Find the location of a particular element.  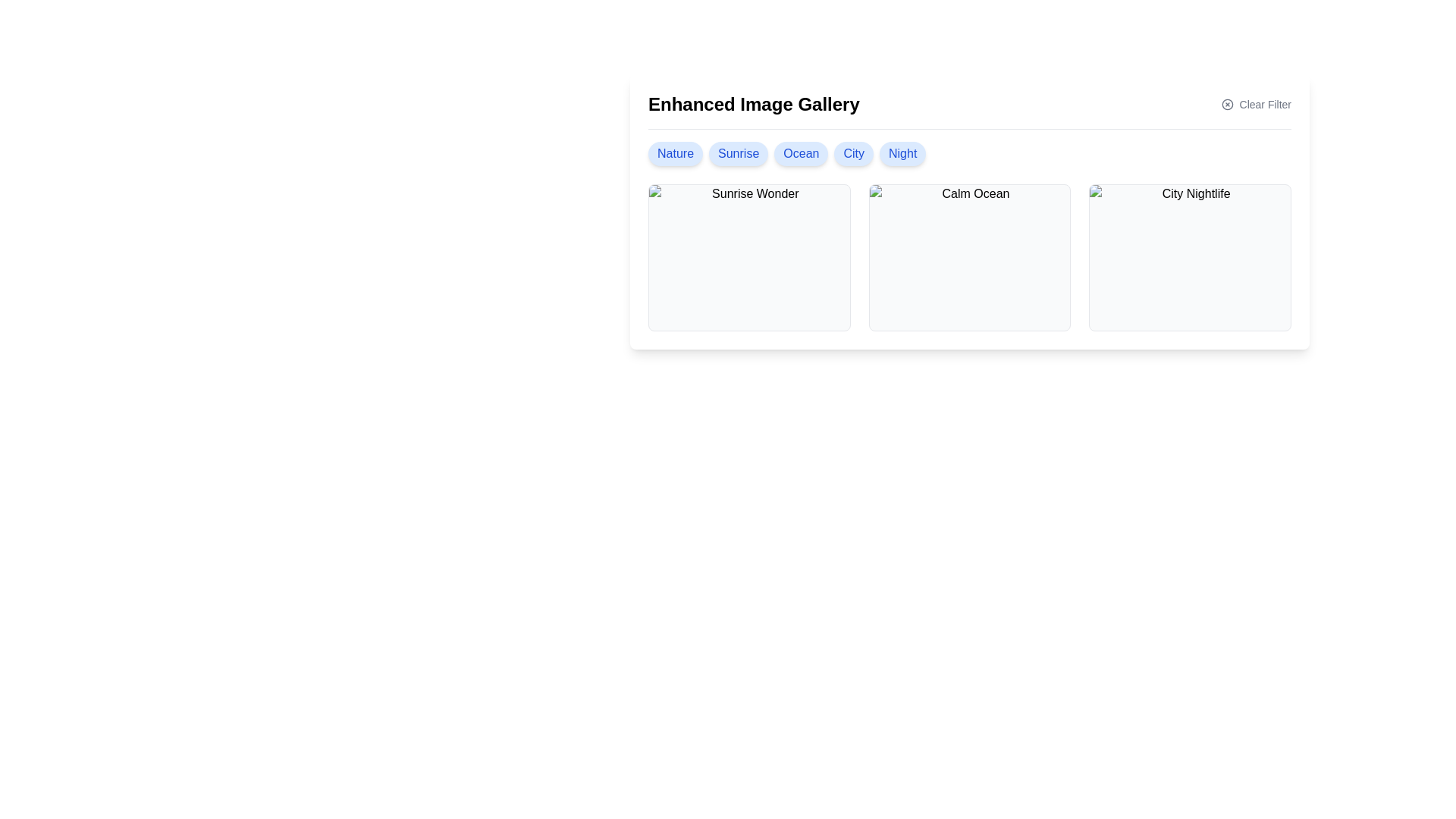

the 'Clear Filter' text label located at the upper right corner of the interface to clear filters is located at coordinates (1265, 104).